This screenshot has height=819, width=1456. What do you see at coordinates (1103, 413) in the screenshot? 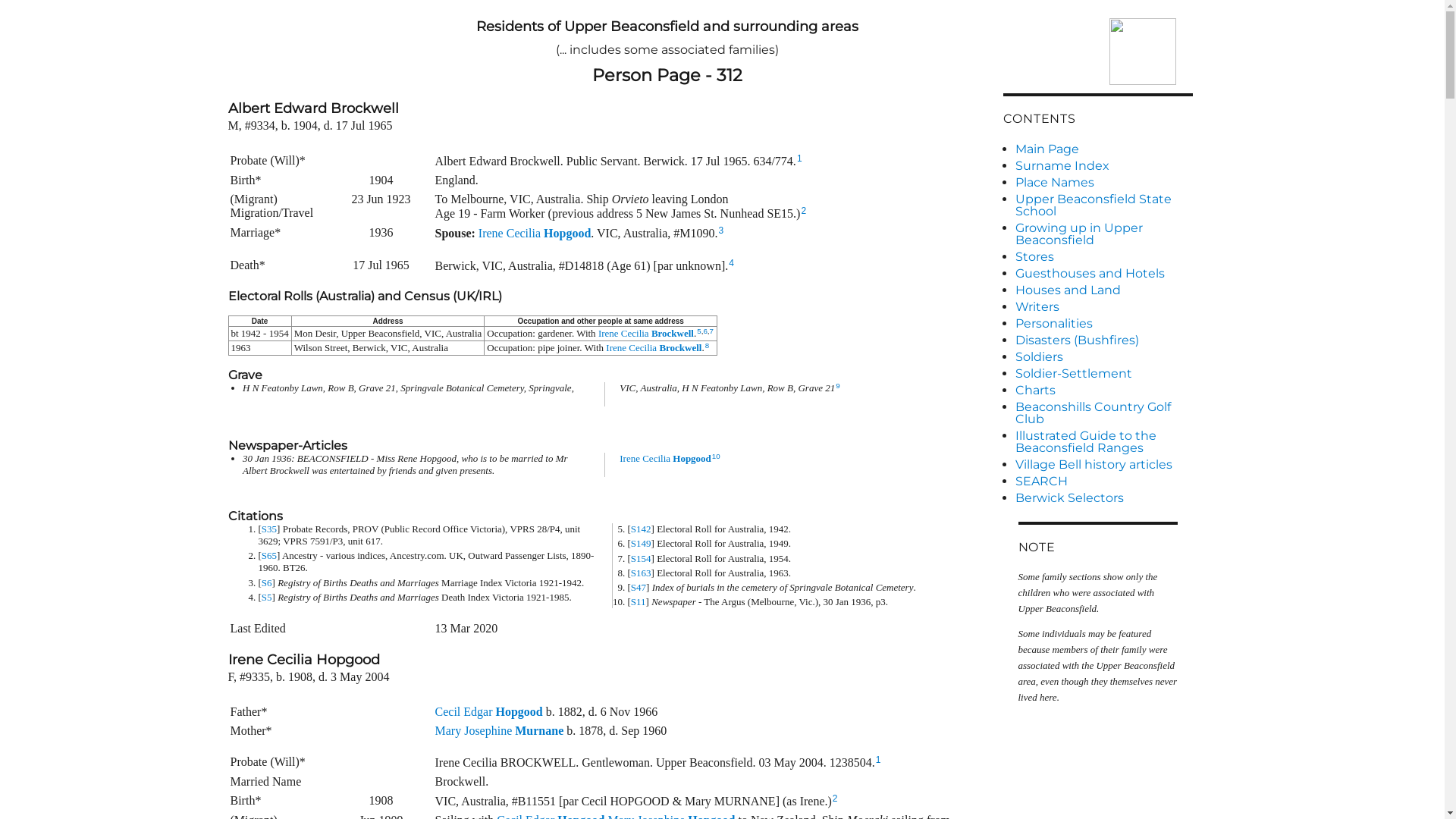
I see `'Beaconshills Country Golf Club'` at bounding box center [1103, 413].